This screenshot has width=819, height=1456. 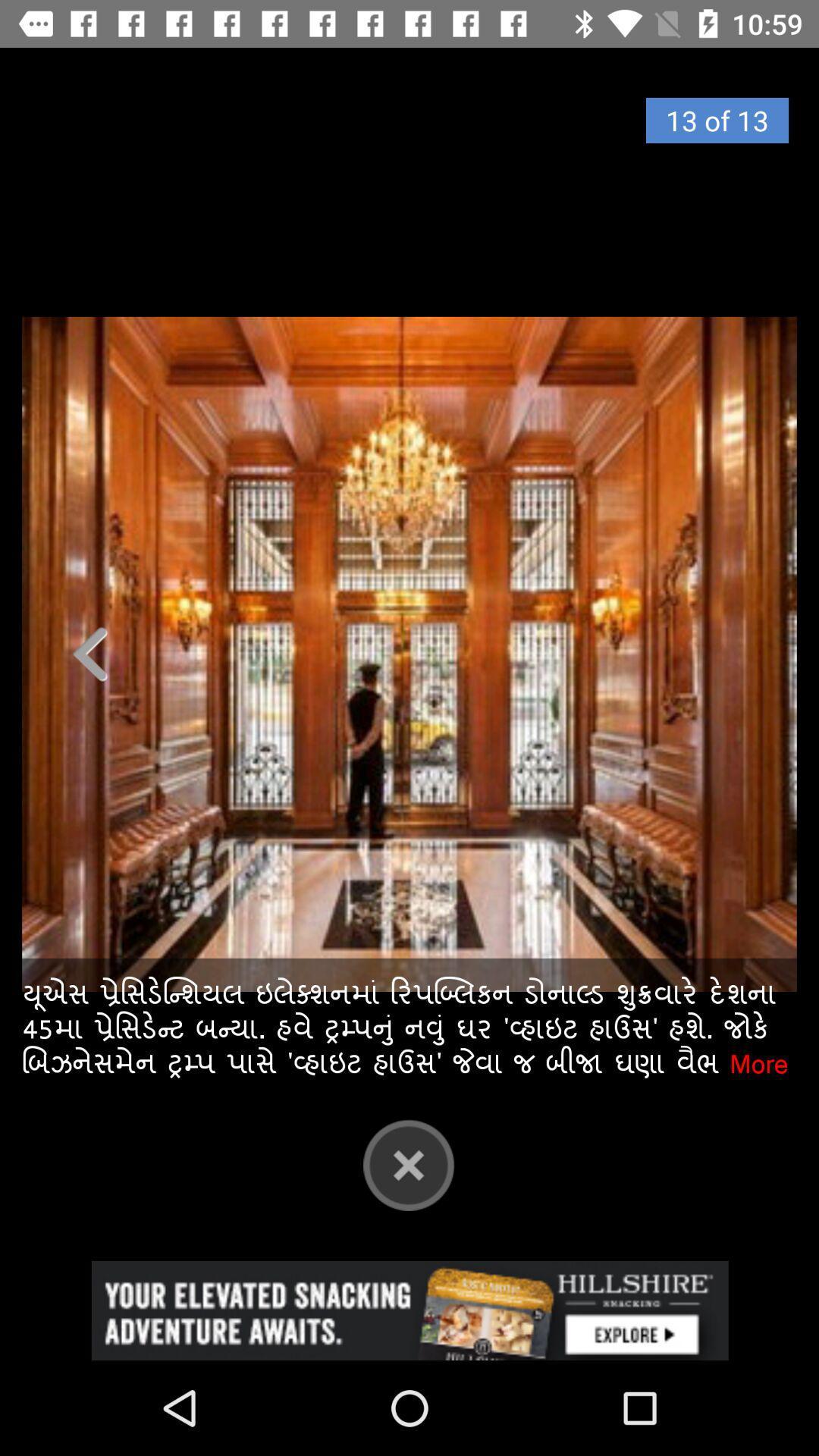 What do you see at coordinates (409, 654) in the screenshot?
I see `body` at bounding box center [409, 654].